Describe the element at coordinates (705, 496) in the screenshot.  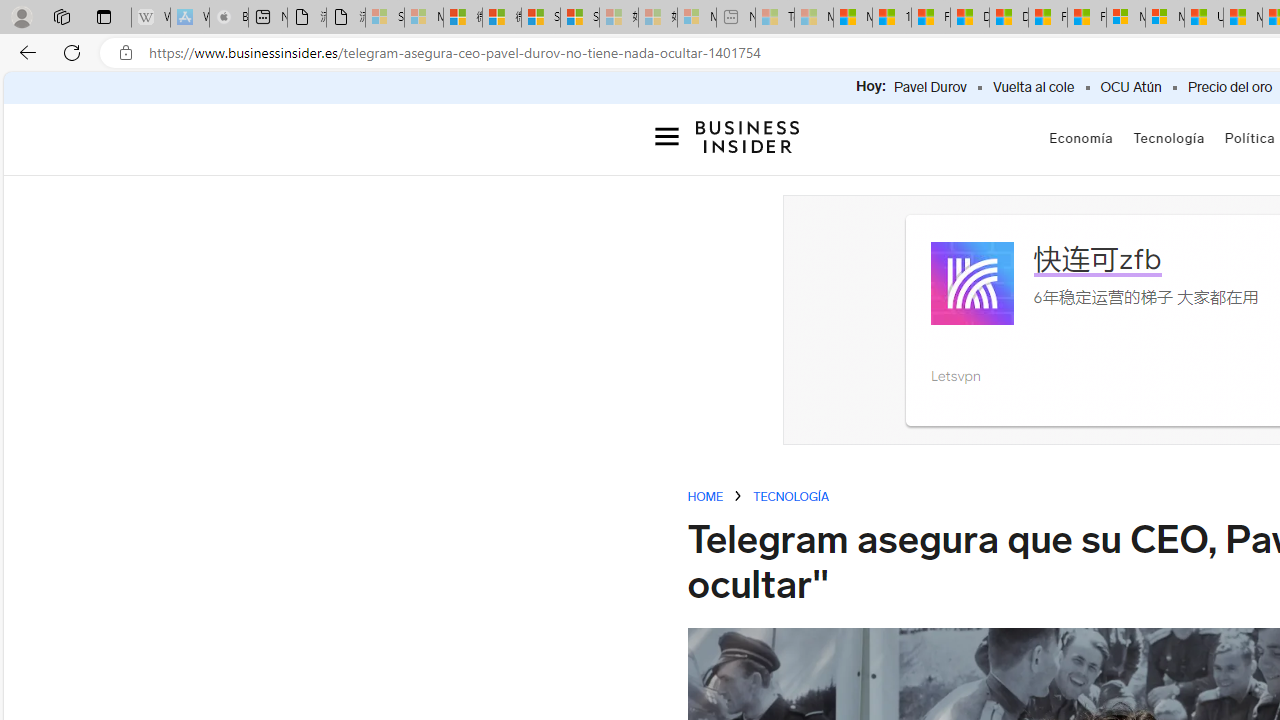
I see `'HOME'` at that location.